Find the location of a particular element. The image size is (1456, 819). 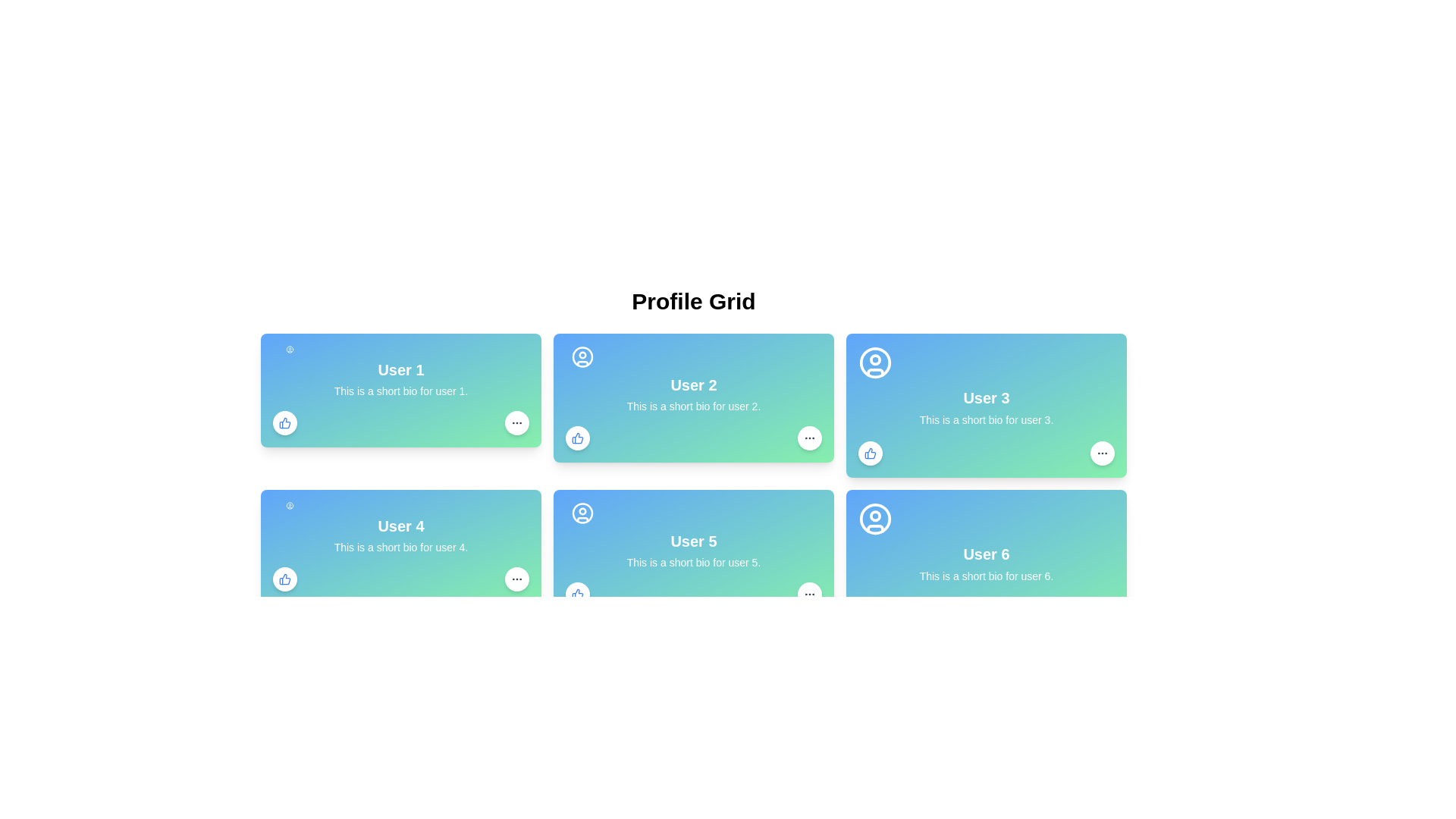

the Text element displaying the username 'User 3', which is located in the top center of the third profile card in the grid layout is located at coordinates (986, 397).